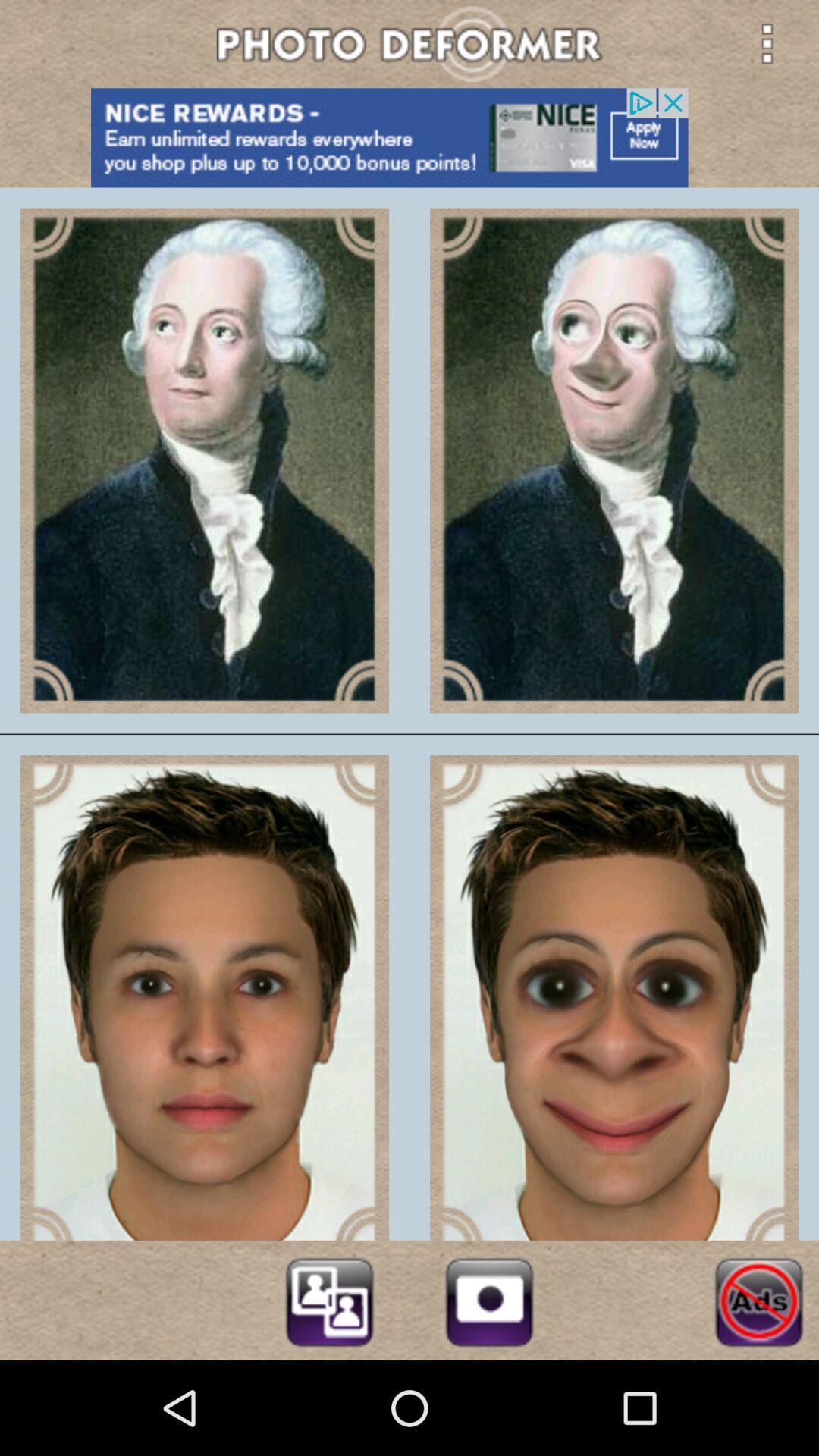 Image resolution: width=819 pixels, height=1456 pixels. What do you see at coordinates (767, 43) in the screenshot?
I see `menu button` at bounding box center [767, 43].